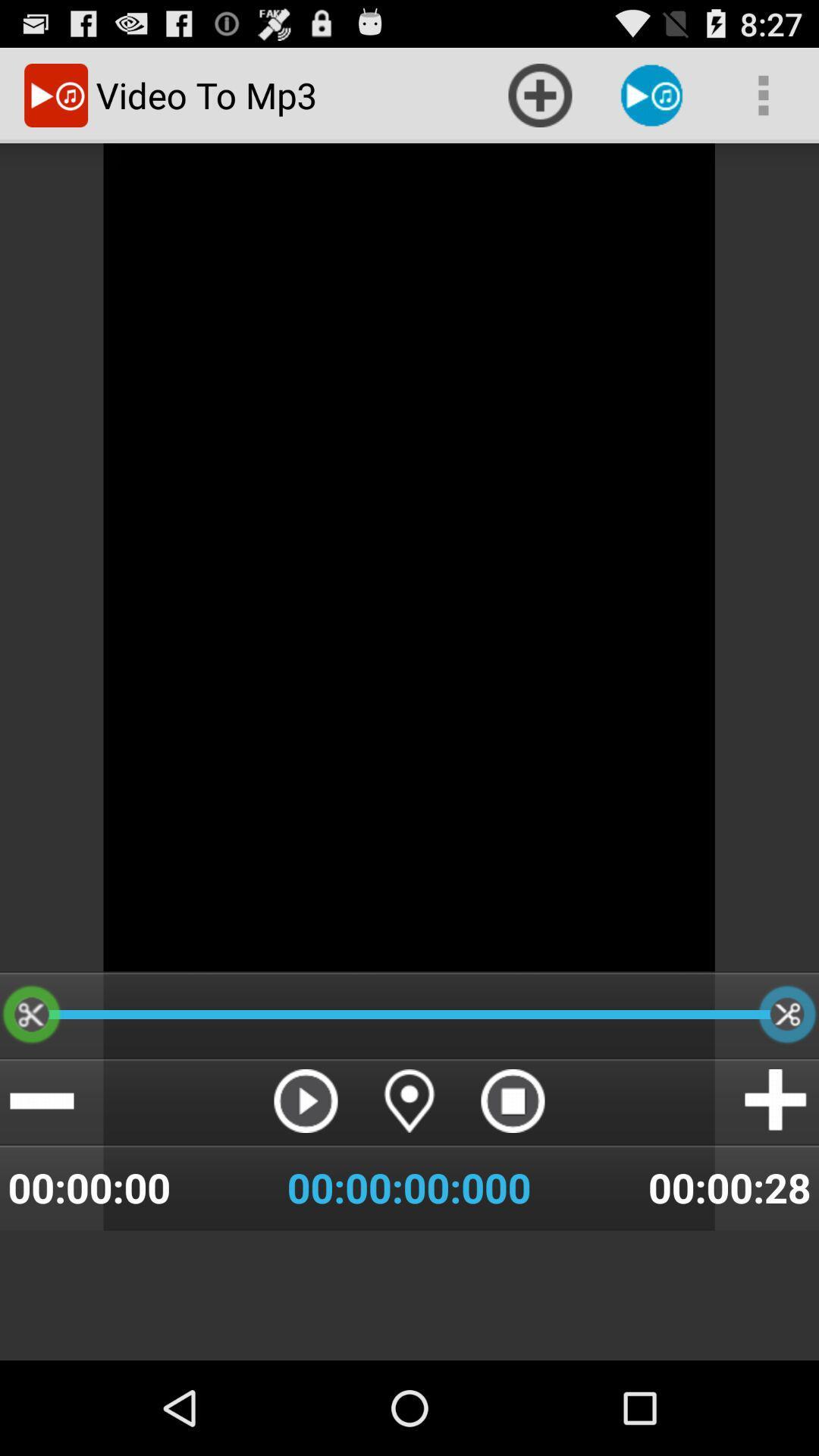 This screenshot has width=819, height=1456. I want to click on the item above the 00:00:28 app, so click(777, 1100).